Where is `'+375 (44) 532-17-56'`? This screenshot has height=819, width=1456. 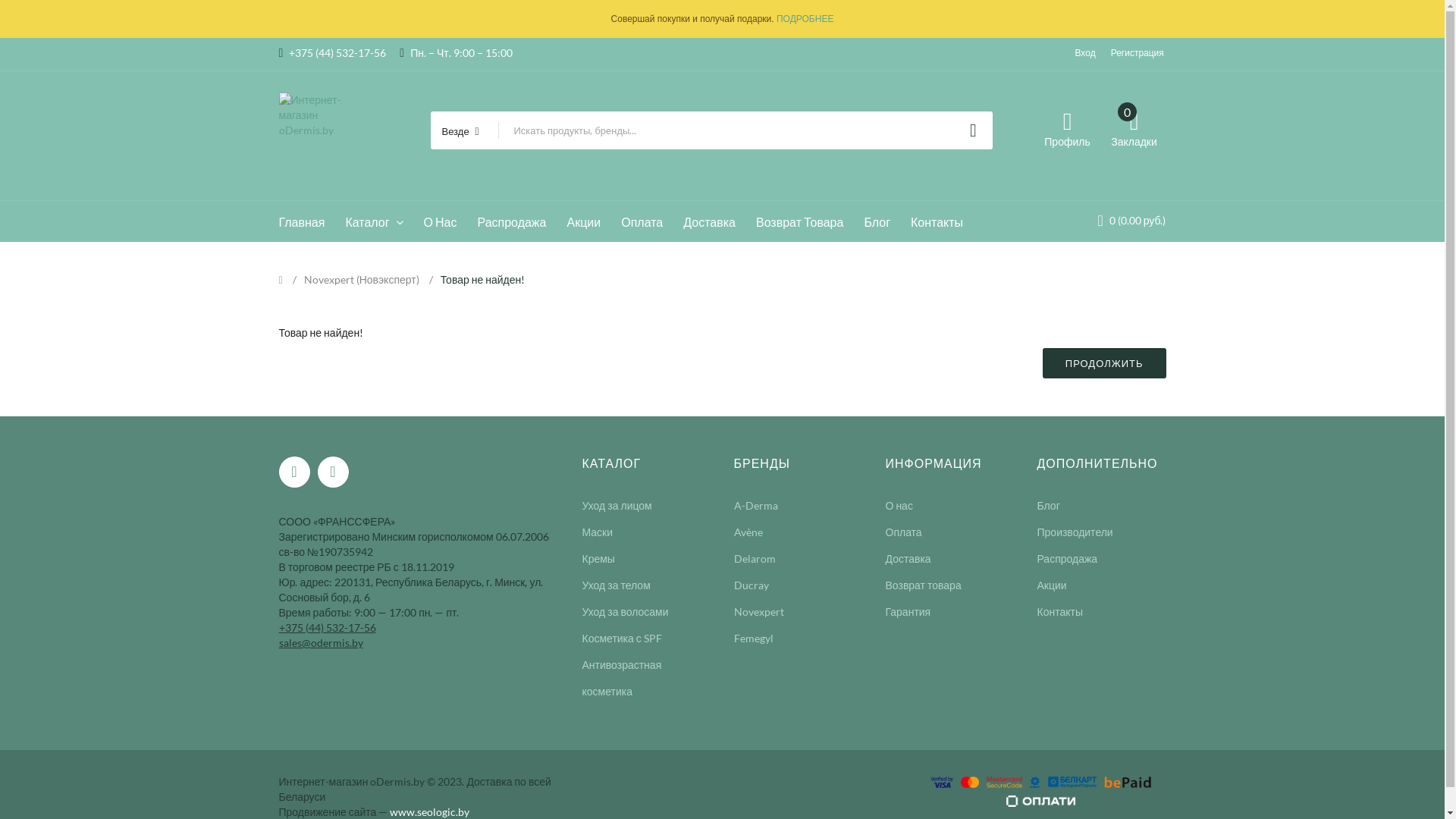
'+375 (44) 532-17-56' is located at coordinates (327, 626).